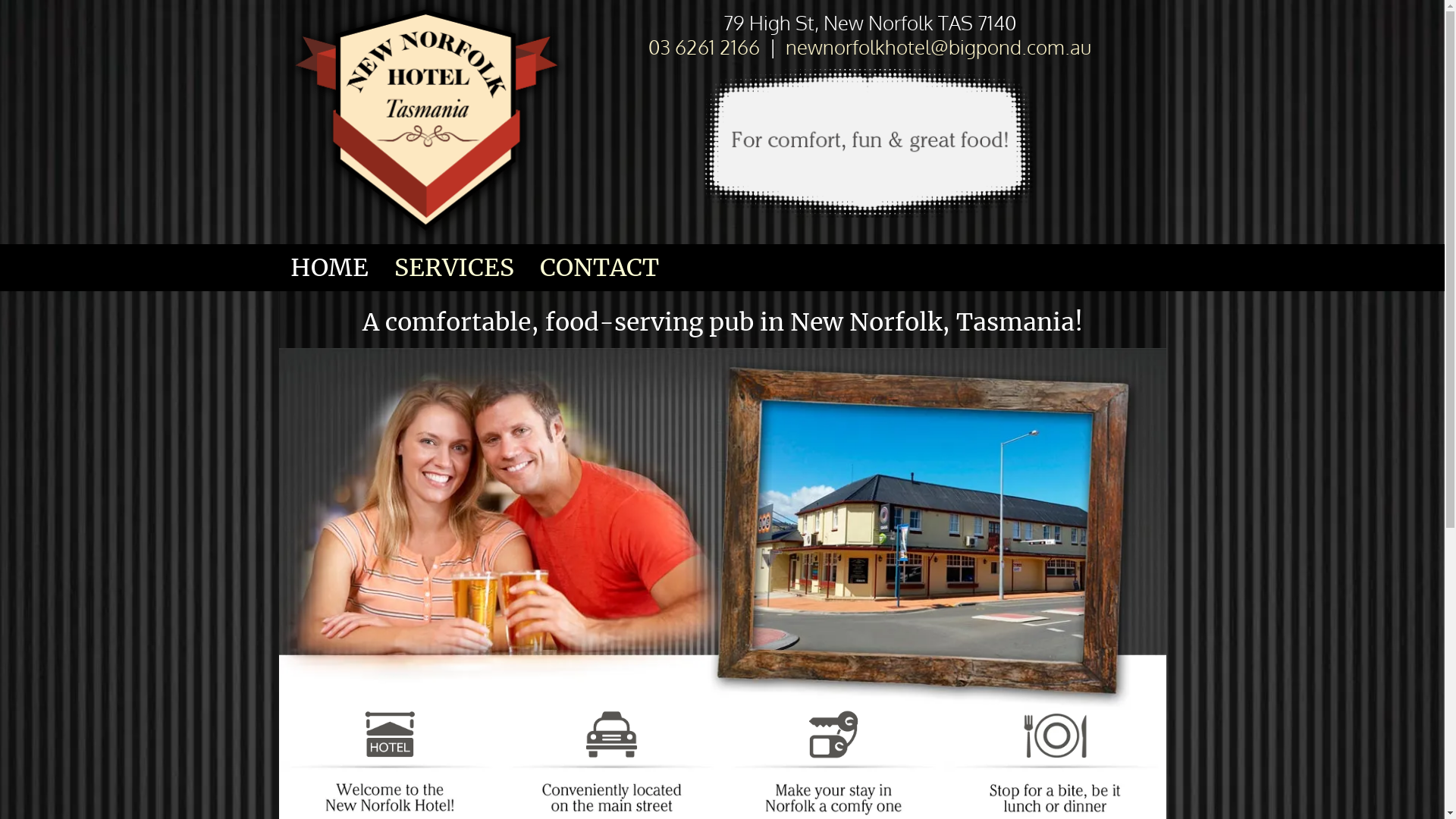 This screenshot has height=819, width=1456. What do you see at coordinates (290, 267) in the screenshot?
I see `'HOME'` at bounding box center [290, 267].